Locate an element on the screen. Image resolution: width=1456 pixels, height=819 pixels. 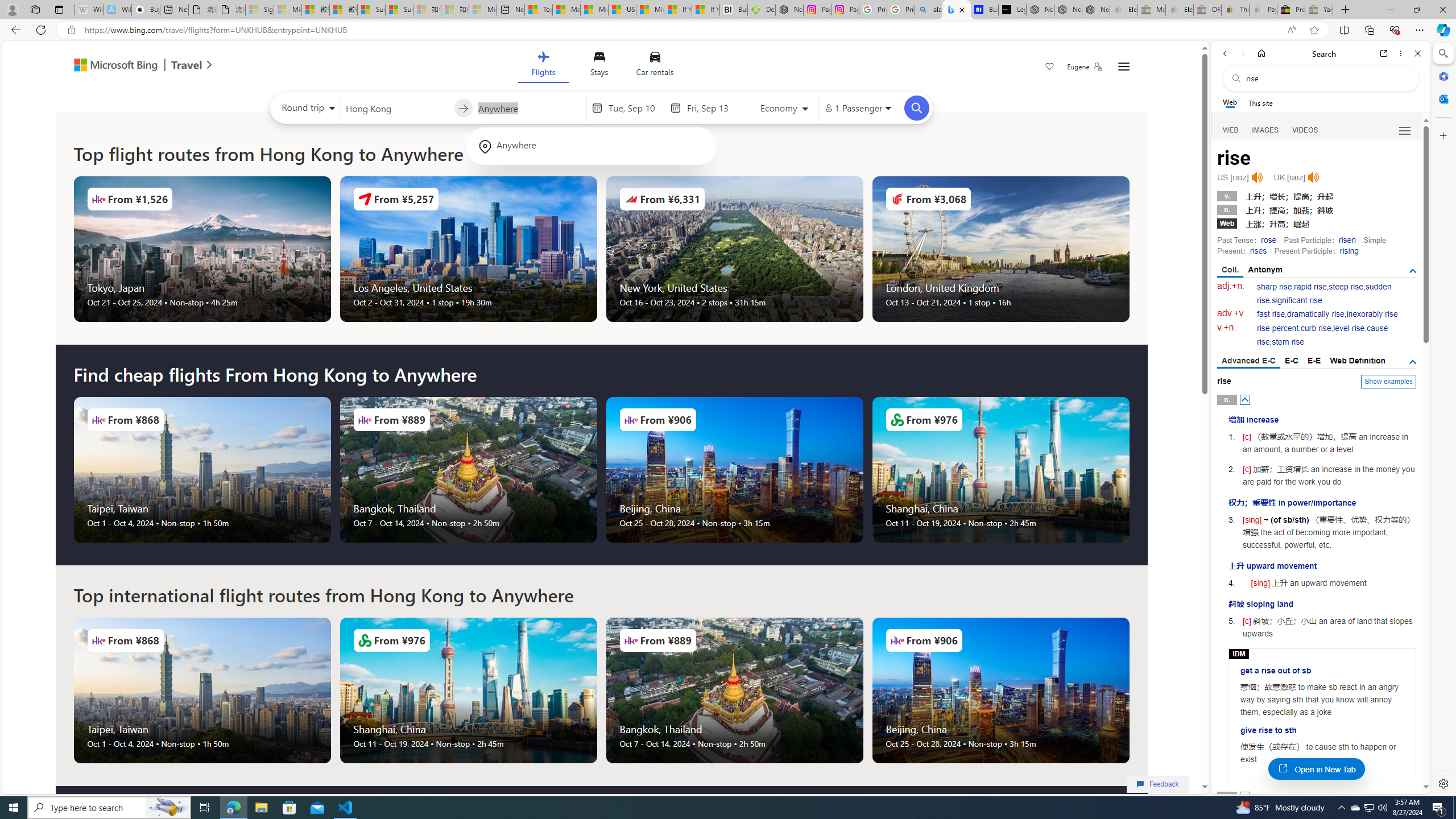
'risen' is located at coordinates (1347, 239).